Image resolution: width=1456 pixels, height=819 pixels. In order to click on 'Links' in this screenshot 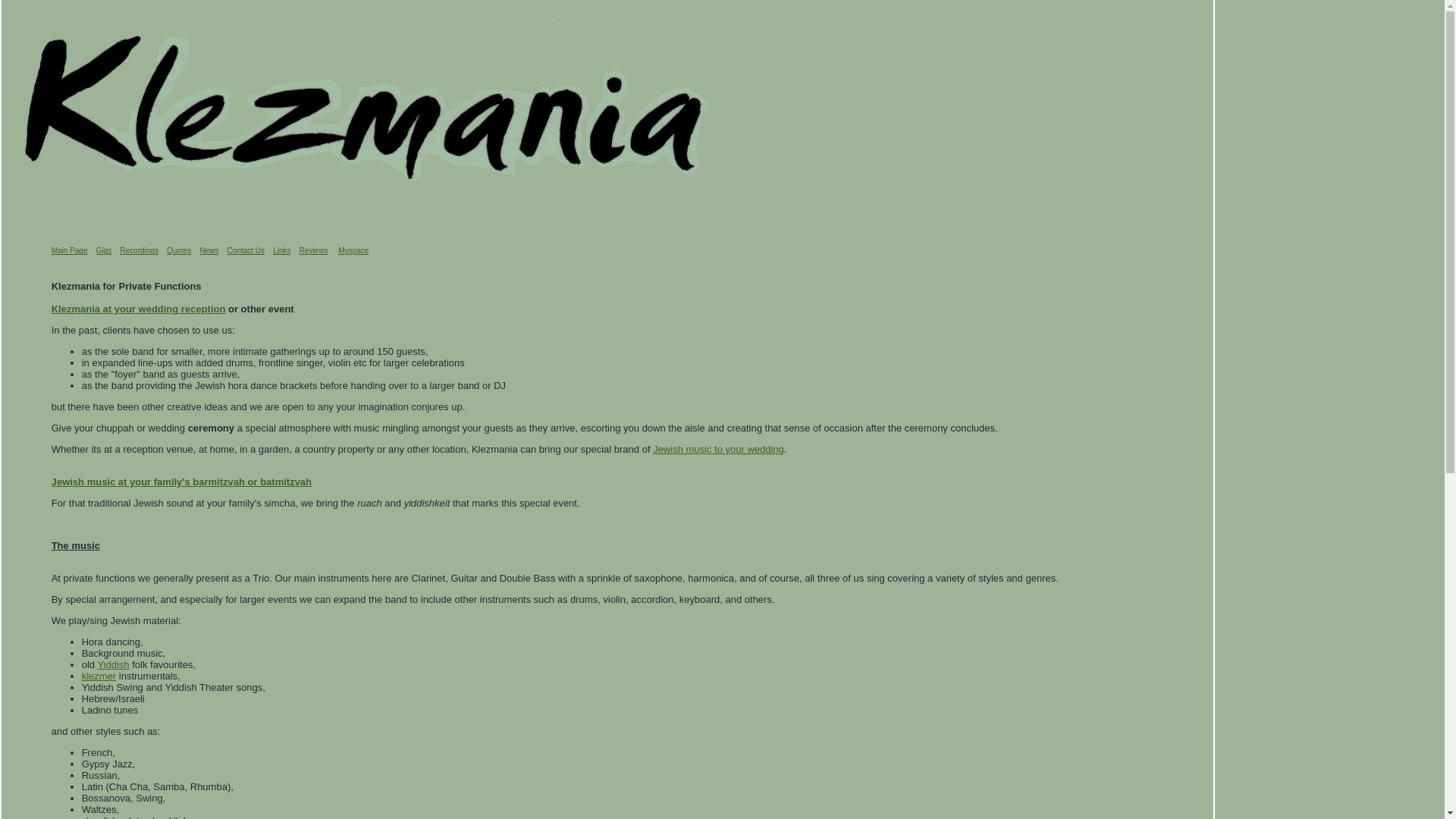, I will do `click(281, 249)`.